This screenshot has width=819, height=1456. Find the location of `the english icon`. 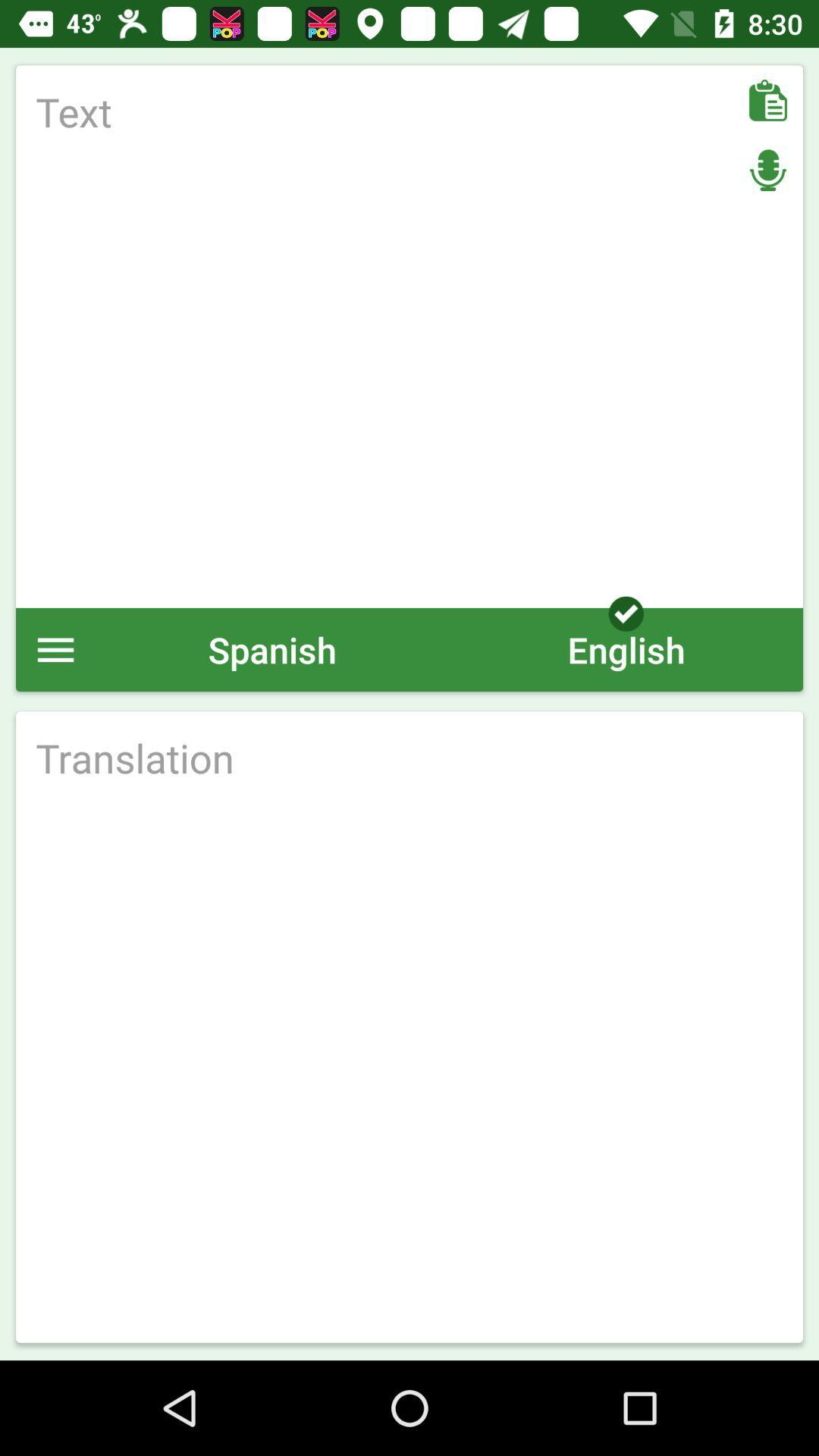

the english icon is located at coordinates (626, 649).